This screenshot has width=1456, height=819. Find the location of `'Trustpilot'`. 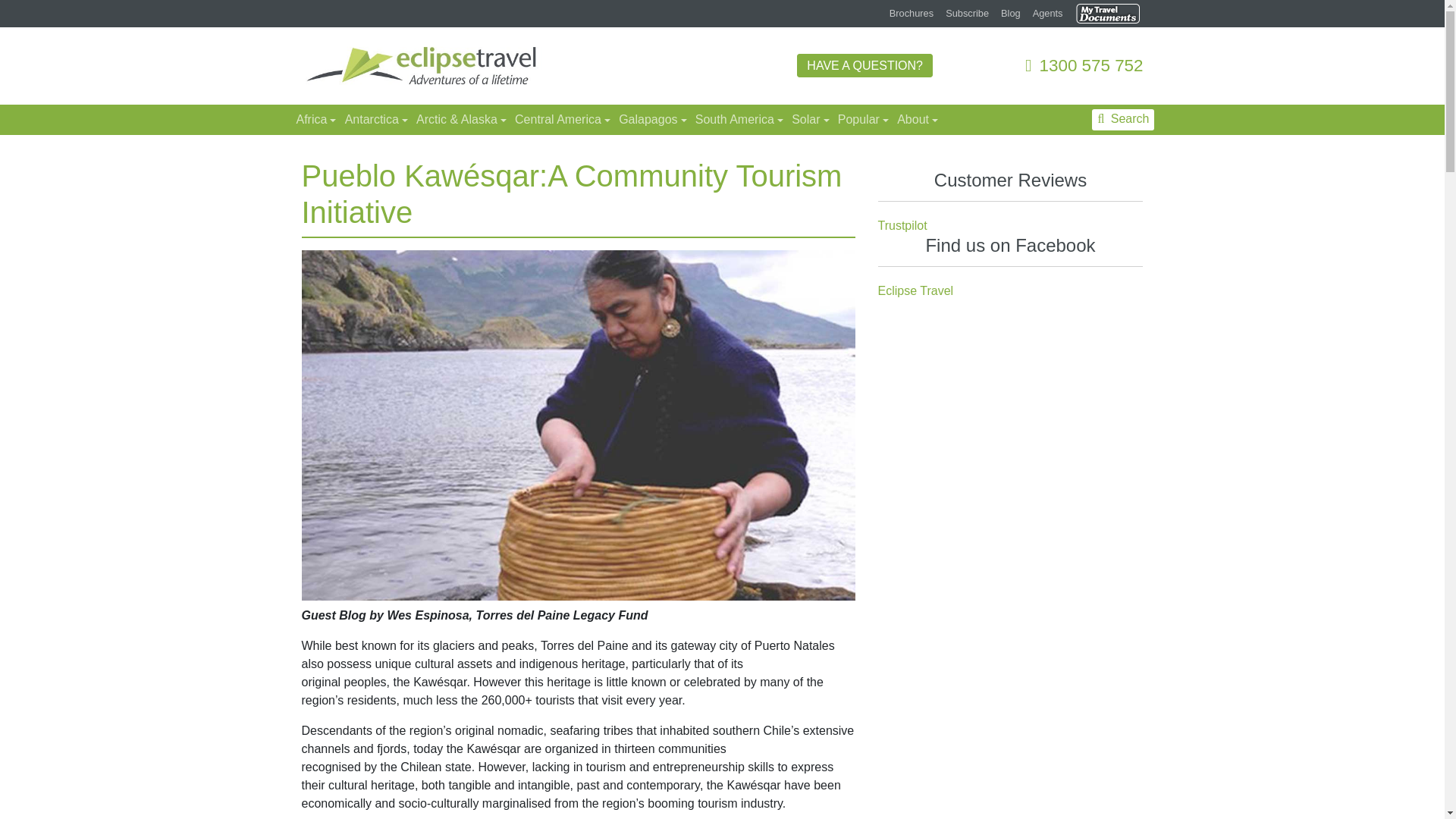

'Trustpilot' is located at coordinates (902, 225).